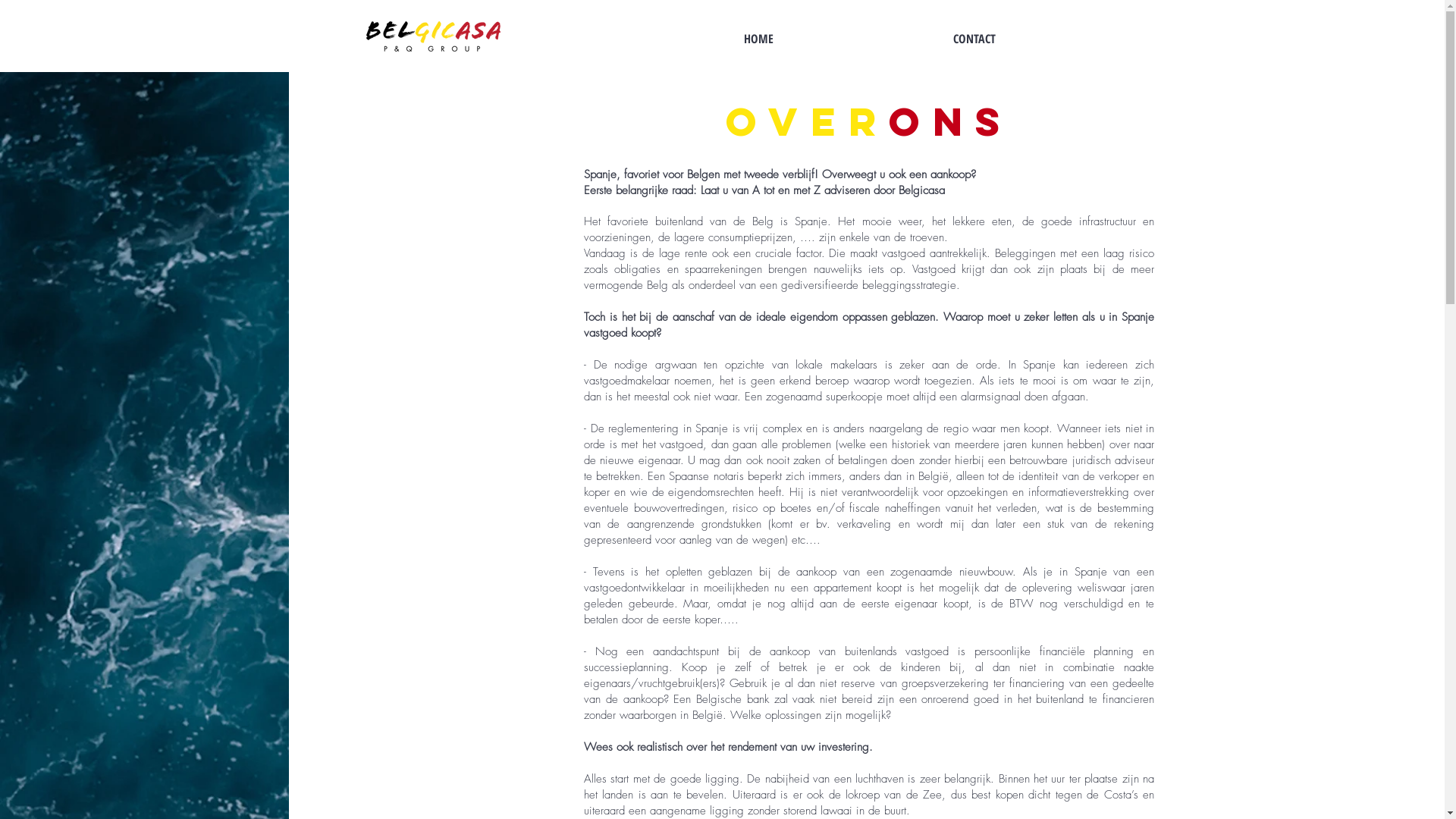 The width and height of the screenshot is (1456, 819). I want to click on 'HOME', so click(758, 37).